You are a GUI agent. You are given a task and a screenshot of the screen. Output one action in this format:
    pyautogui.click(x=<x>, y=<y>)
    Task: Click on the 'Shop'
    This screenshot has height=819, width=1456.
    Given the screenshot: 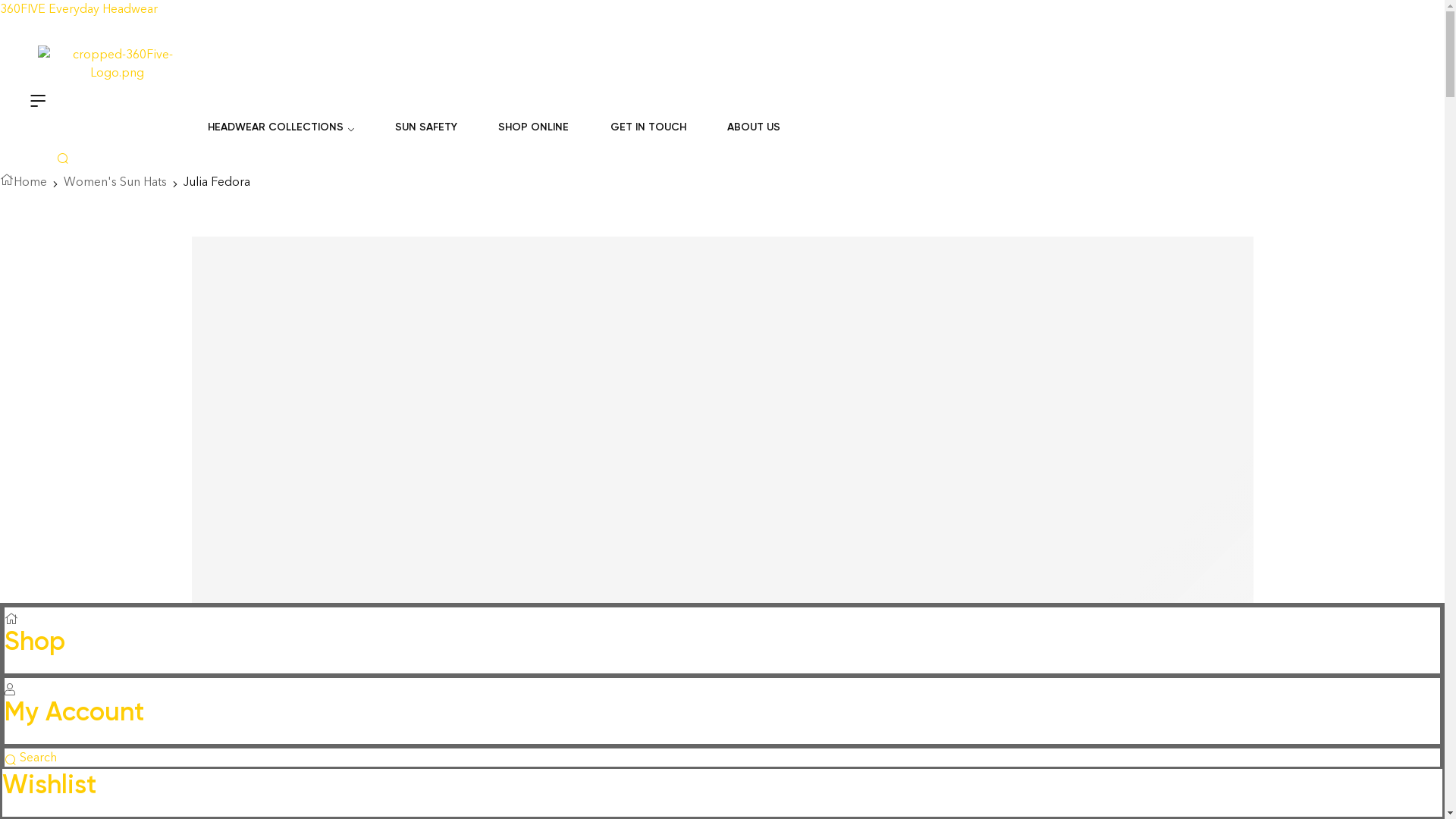 What is the action you would take?
    pyautogui.click(x=35, y=641)
    